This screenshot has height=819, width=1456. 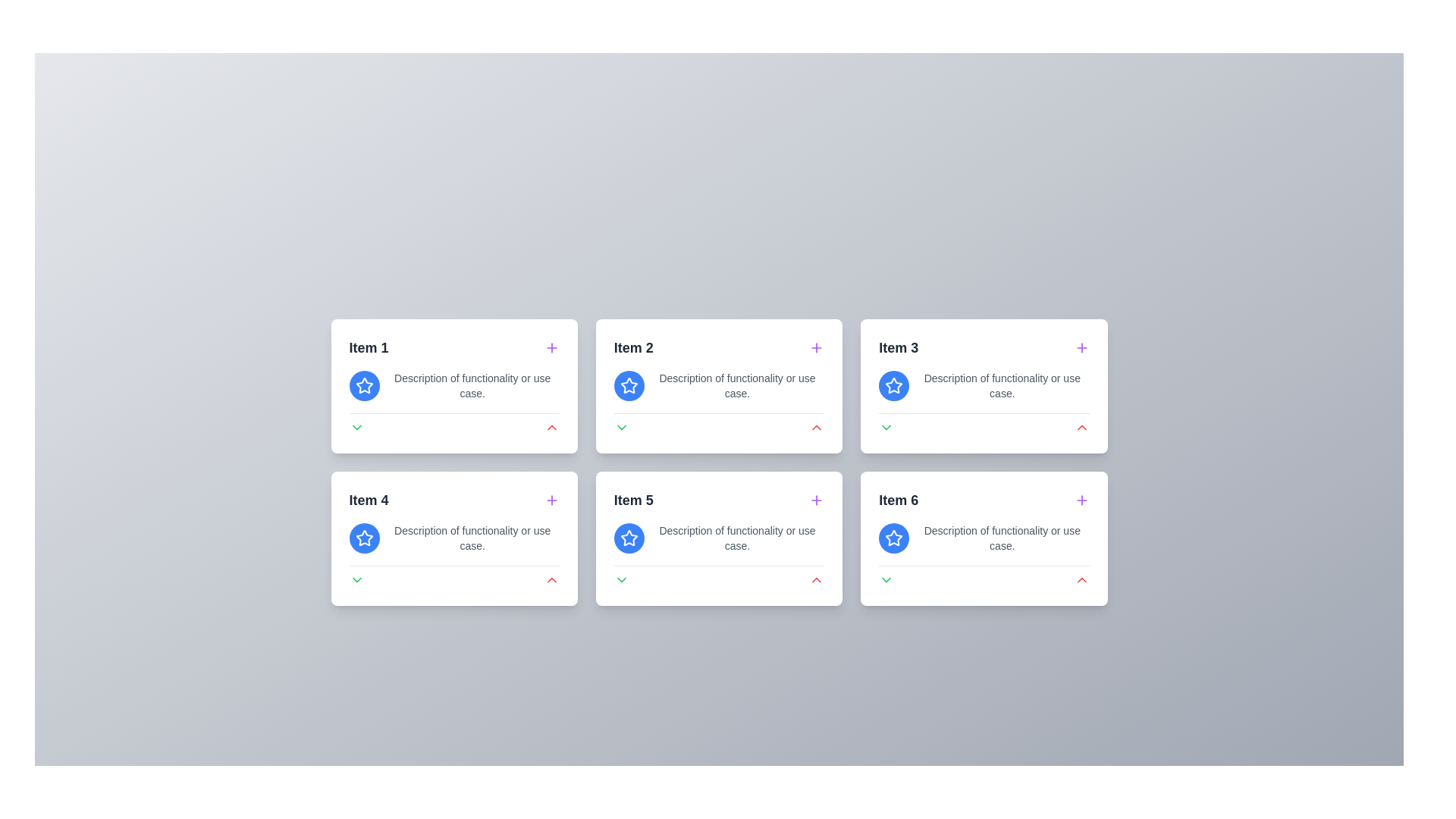 What do you see at coordinates (816, 579) in the screenshot?
I see `the red upward-pointing chevron icon located at the bottom-right corner of the Item 6 card` at bounding box center [816, 579].